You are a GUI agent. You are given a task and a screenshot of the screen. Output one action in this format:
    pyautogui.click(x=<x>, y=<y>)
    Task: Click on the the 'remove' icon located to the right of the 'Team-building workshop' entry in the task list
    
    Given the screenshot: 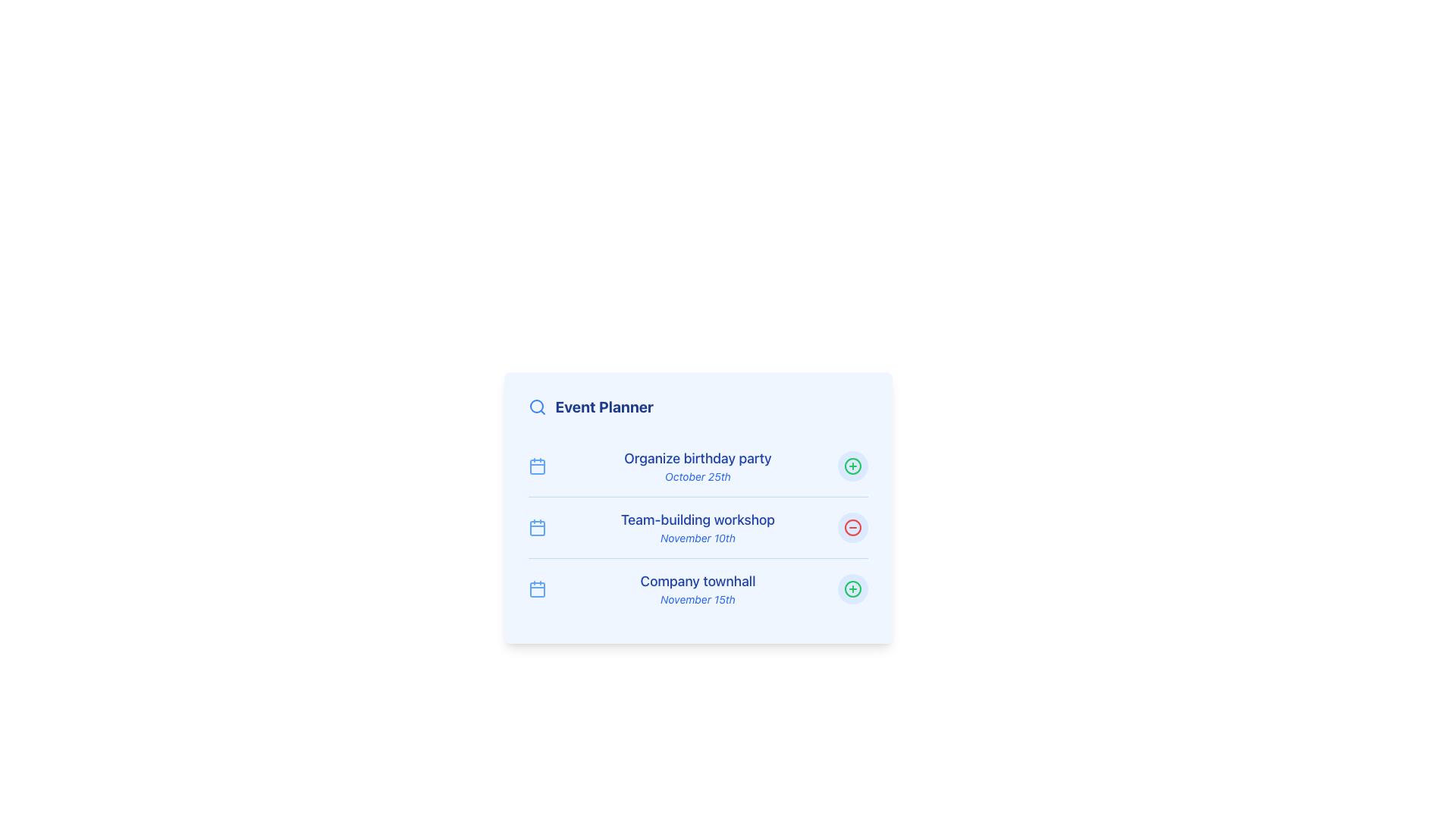 What is the action you would take?
    pyautogui.click(x=852, y=526)
    